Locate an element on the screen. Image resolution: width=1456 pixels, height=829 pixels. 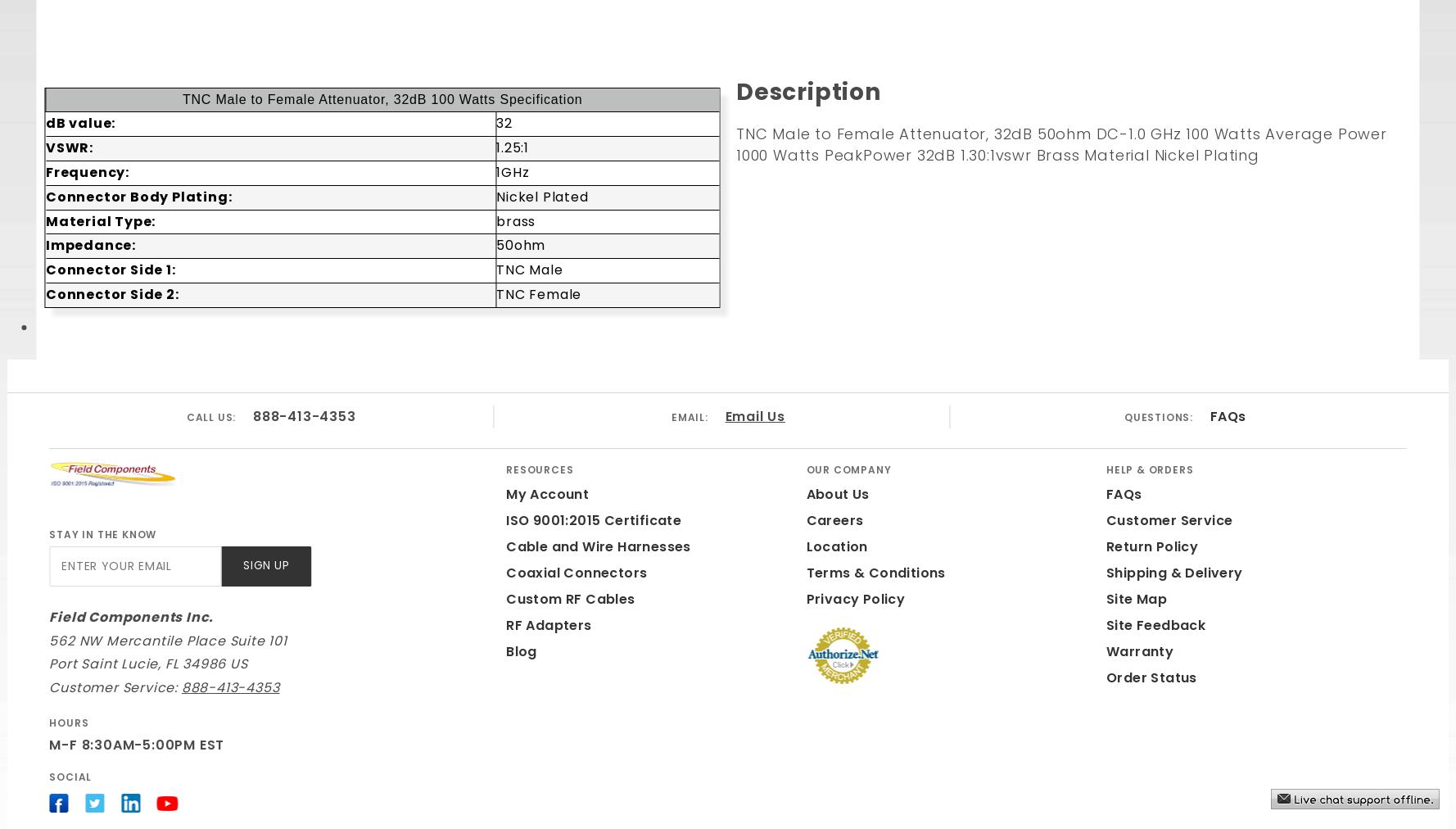
'Help & Orders' is located at coordinates (1150, 469).